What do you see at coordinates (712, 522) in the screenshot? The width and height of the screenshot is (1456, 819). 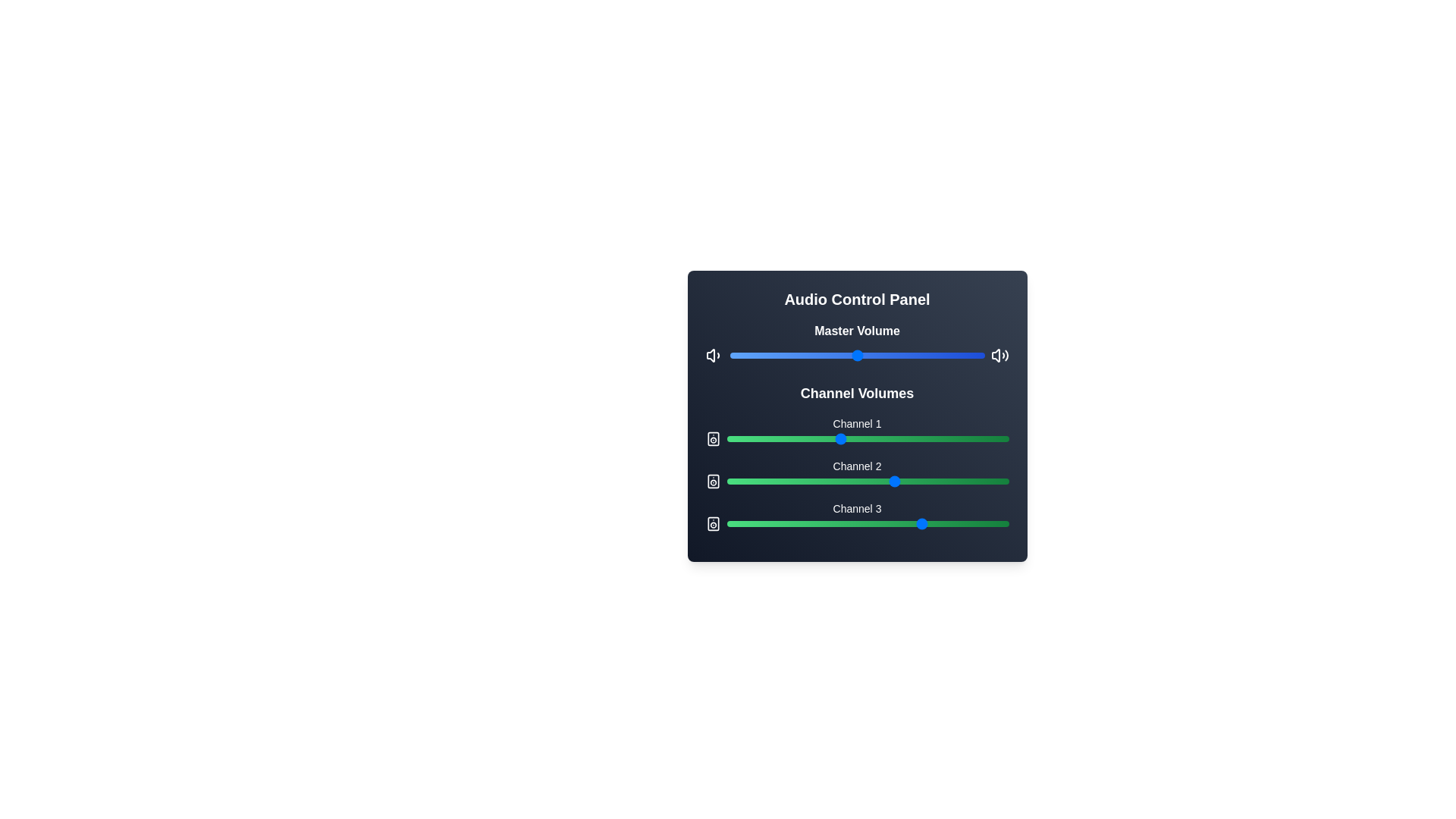 I see `the rectangular base of the speaker icon, which has a black background and is located to the left of the 'Channel 3' label and volume slider in the control panel interface` at bounding box center [712, 522].